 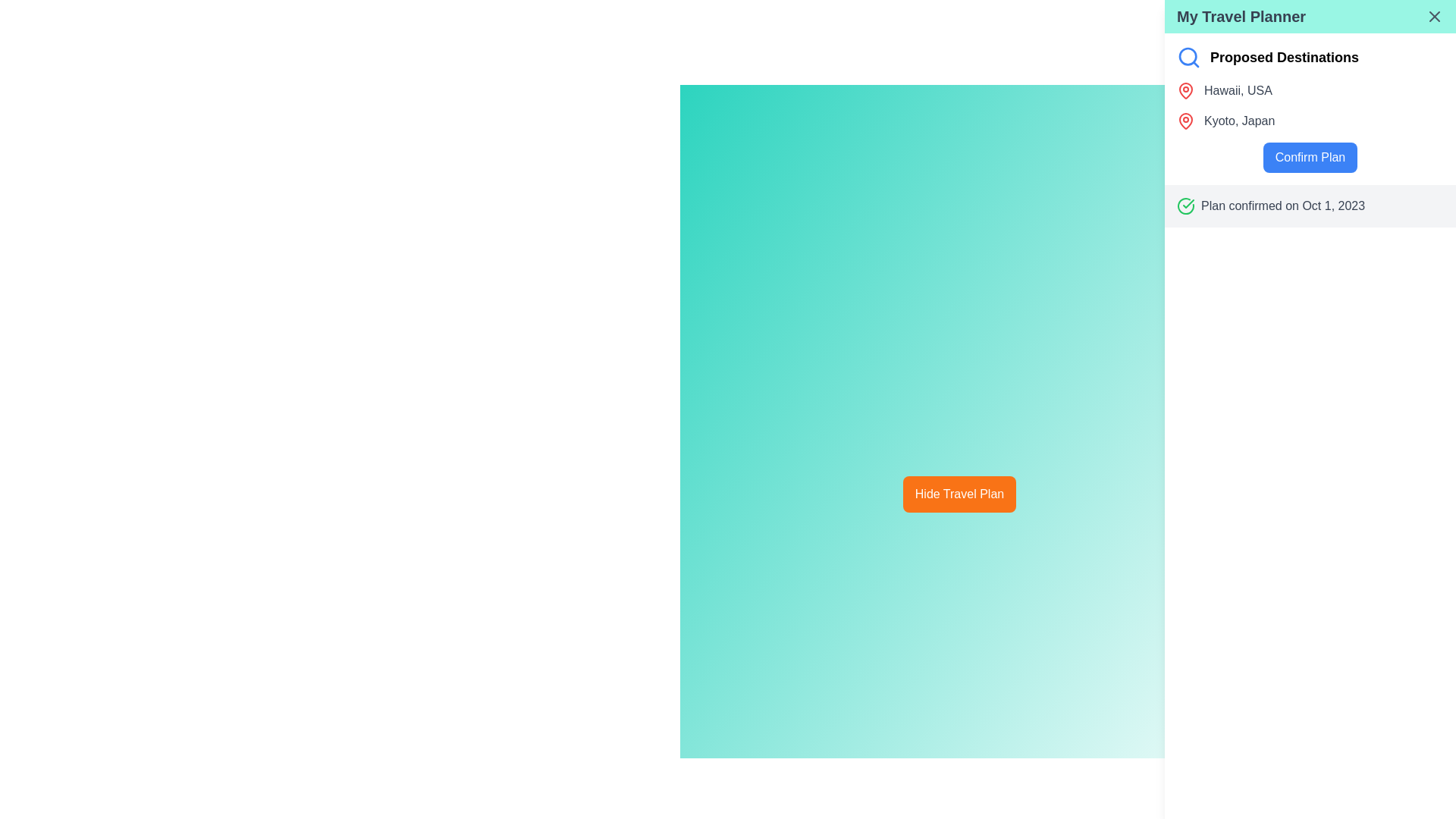 What do you see at coordinates (1185, 90) in the screenshot?
I see `the red map pin icon located in the right sidebar next to 'Hawaii, USA' in the 'Proposed Destinations' list for visual reference` at bounding box center [1185, 90].